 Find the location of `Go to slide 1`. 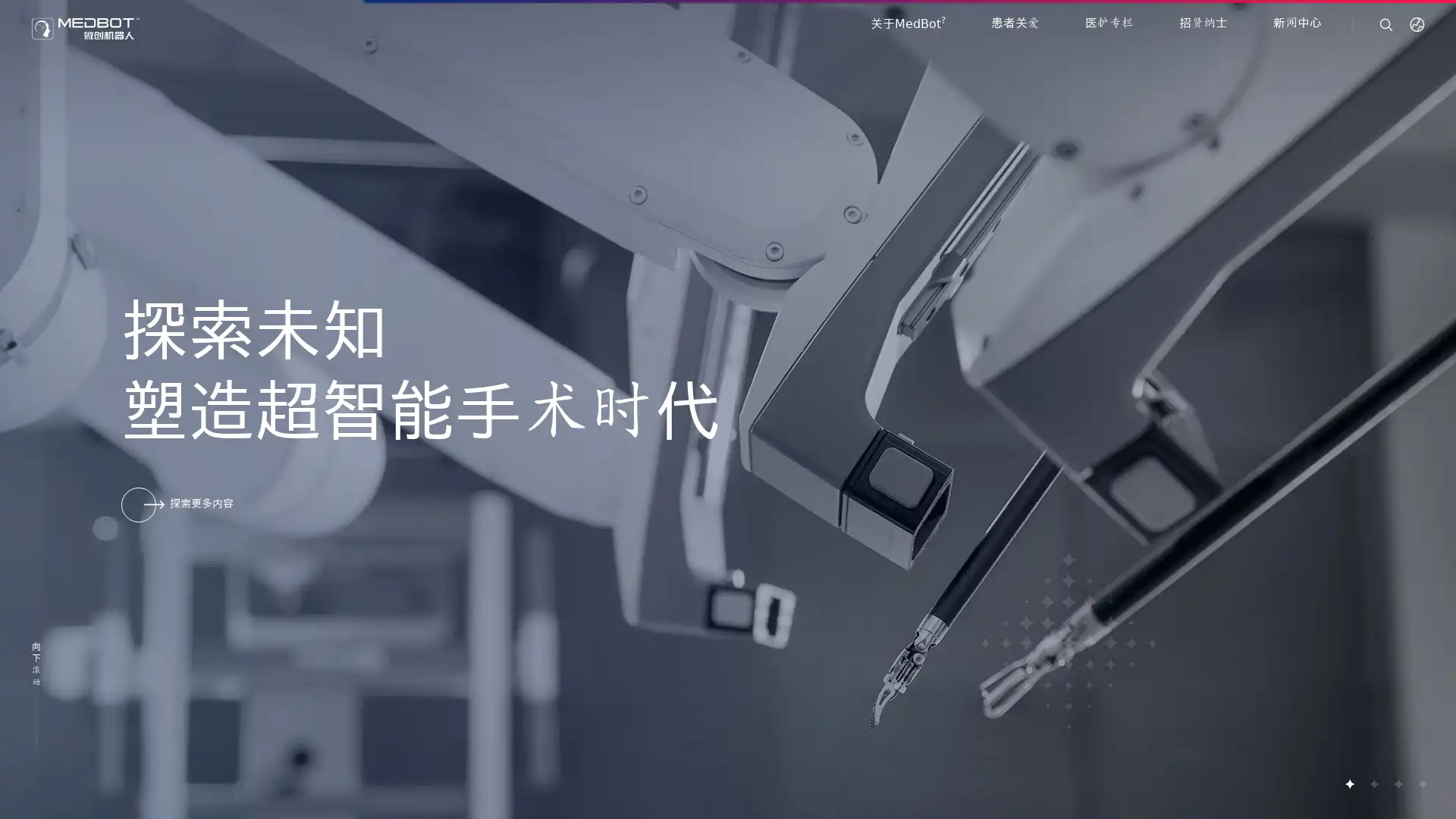

Go to slide 1 is located at coordinates (1349, 783).